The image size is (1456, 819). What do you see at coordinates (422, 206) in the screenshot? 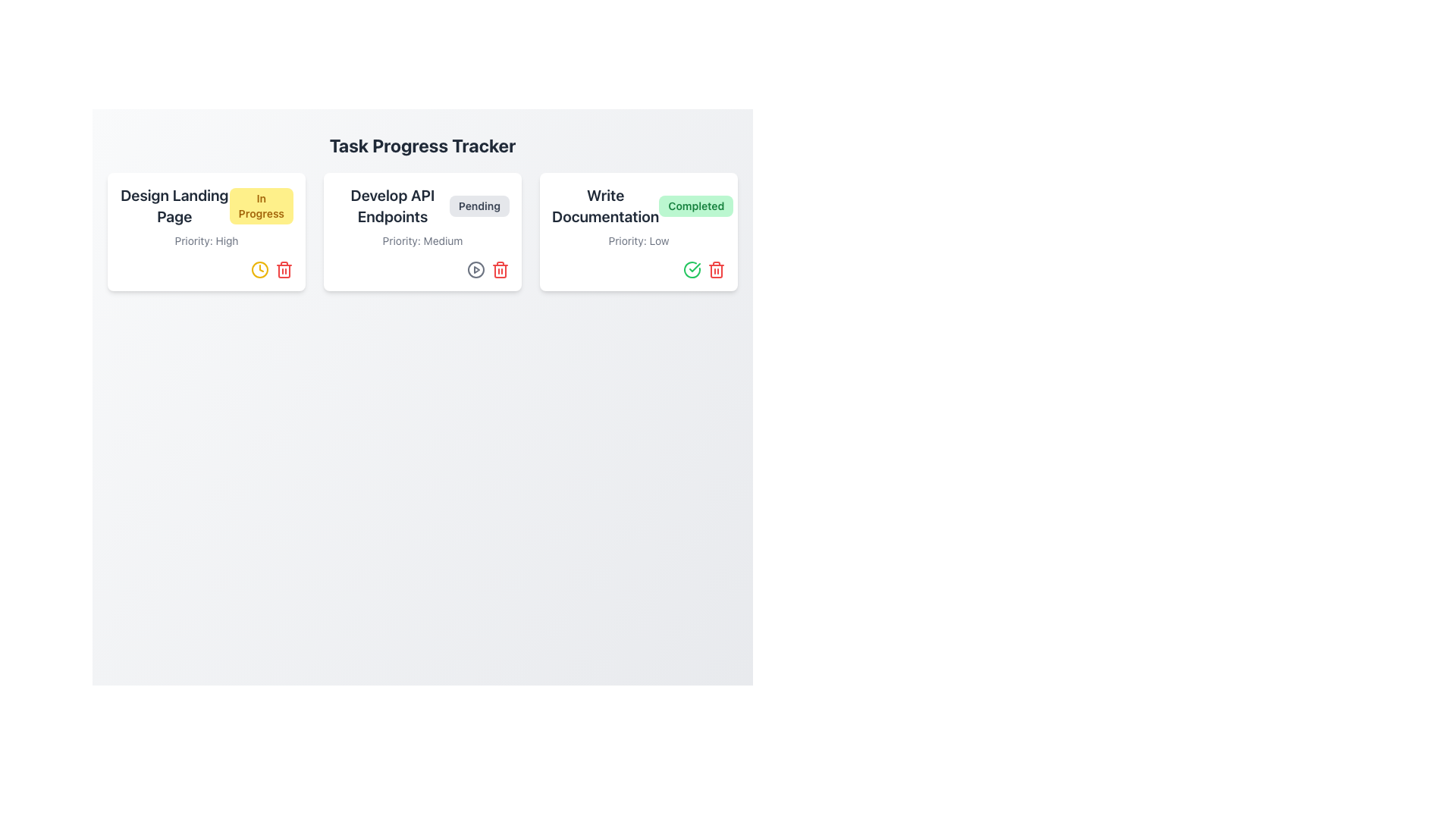
I see `the 'Pending' status label of the task titled 'Develop API Endpoints', located in the middle card of the layout` at bounding box center [422, 206].